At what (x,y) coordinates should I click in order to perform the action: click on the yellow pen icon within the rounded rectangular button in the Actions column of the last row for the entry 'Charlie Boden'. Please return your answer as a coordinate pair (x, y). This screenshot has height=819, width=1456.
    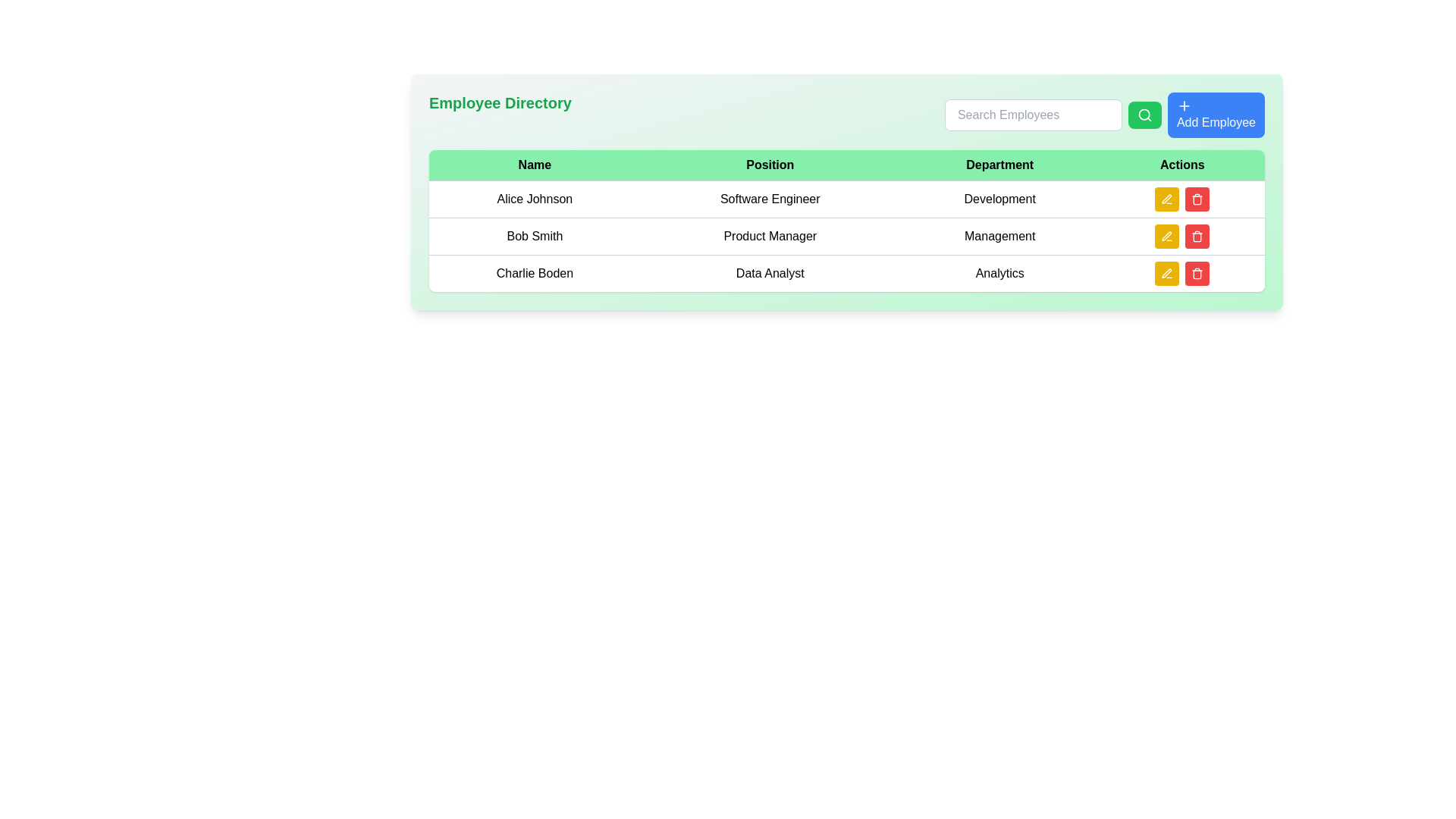
    Looking at the image, I should click on (1166, 274).